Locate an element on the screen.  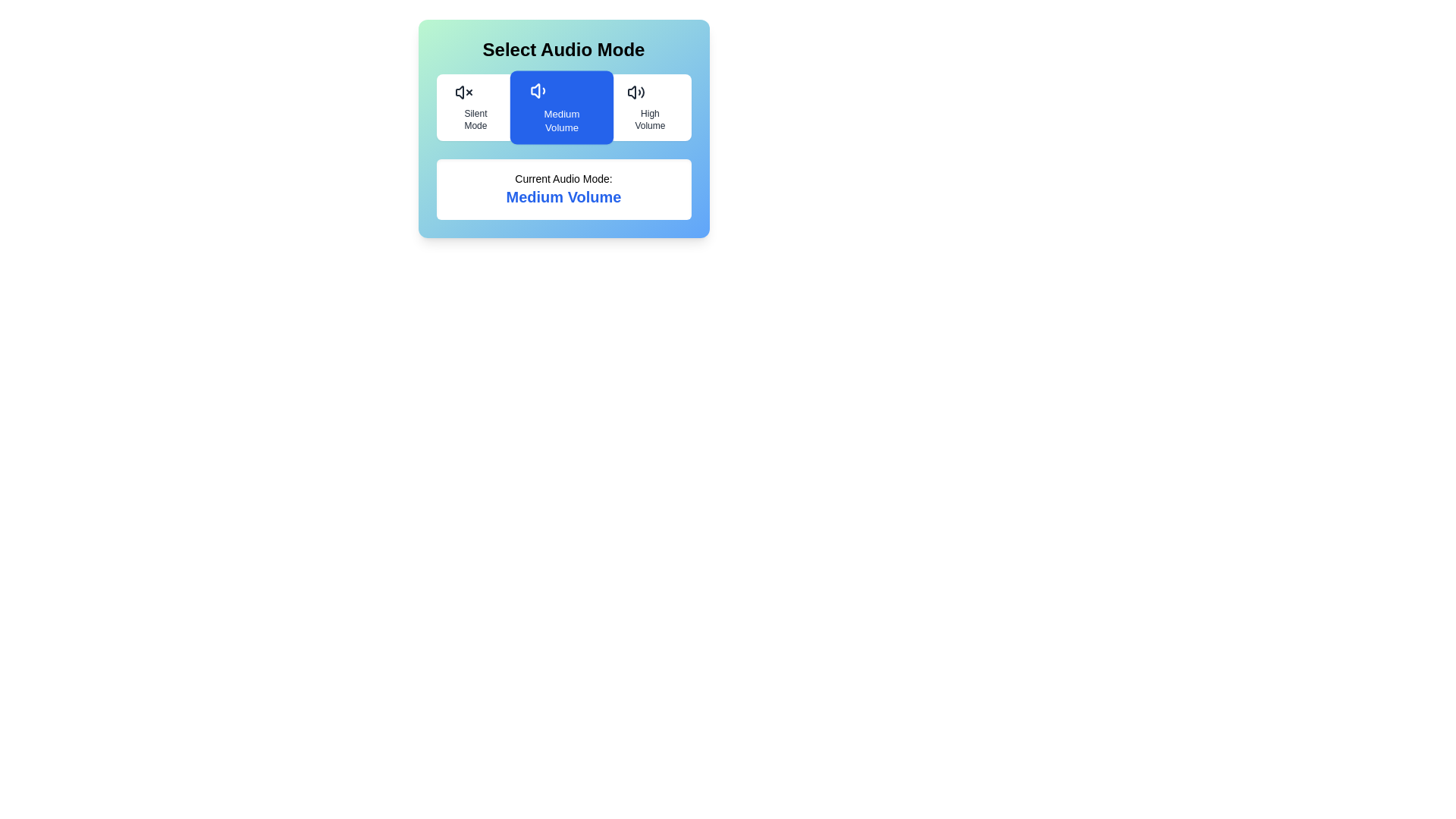
the audio mode Medium Volume by clicking the corresponding button is located at coordinates (561, 107).